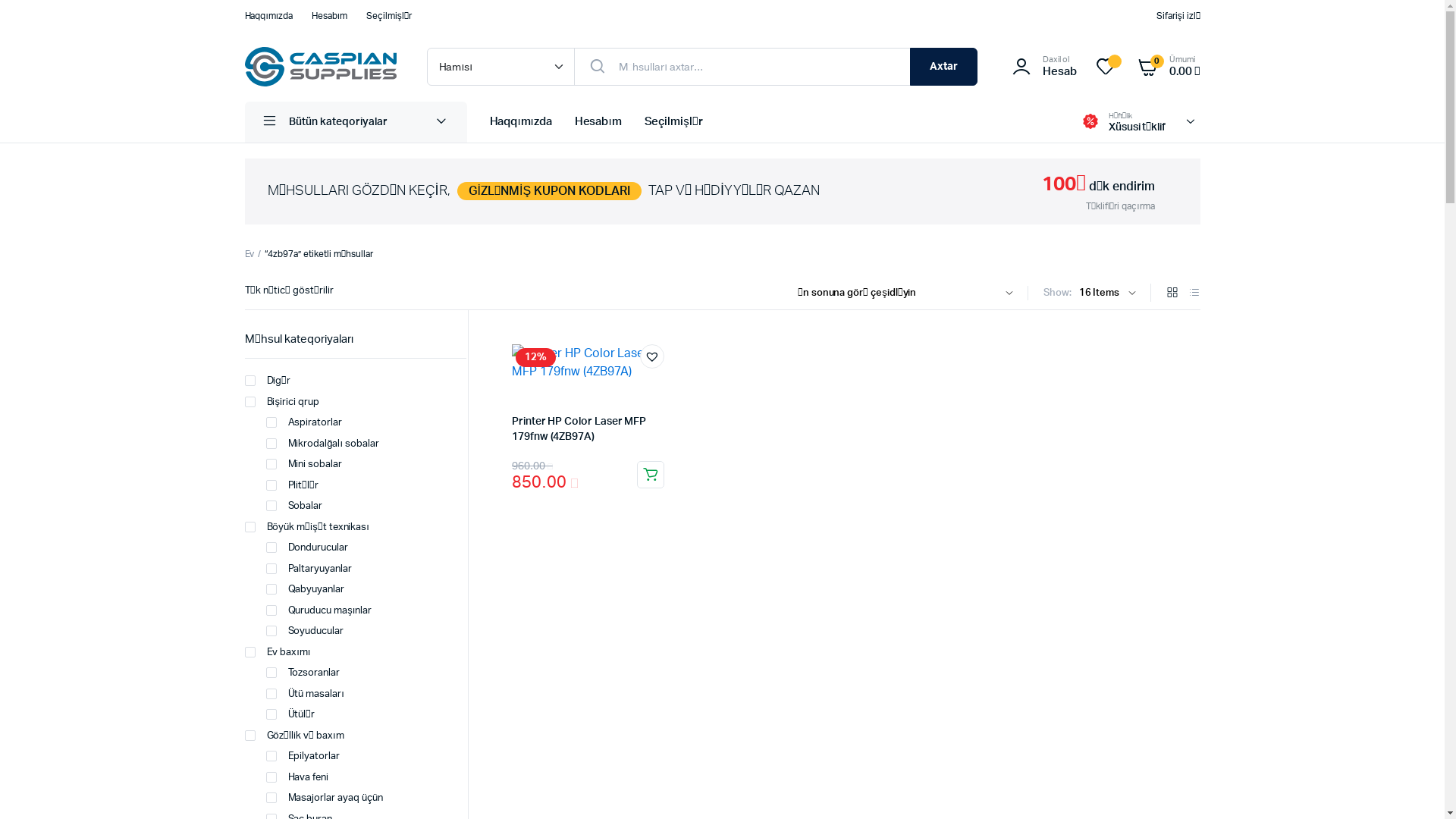 The image size is (1456, 819). Describe the element at coordinates (943, 66) in the screenshot. I see `'Axtar'` at that location.